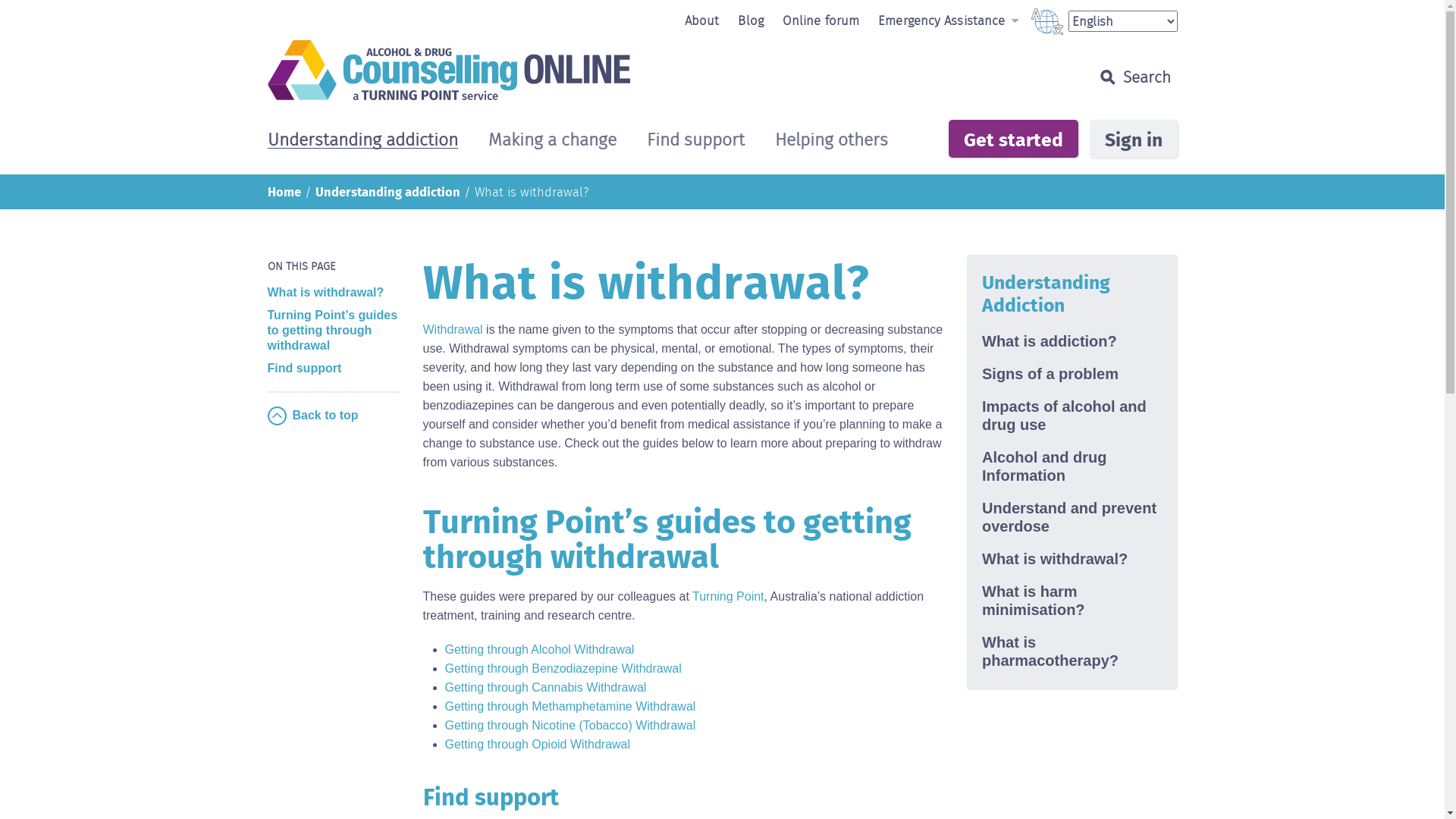  Describe the element at coordinates (982, 598) in the screenshot. I see `'What is harm minimisation?'` at that location.